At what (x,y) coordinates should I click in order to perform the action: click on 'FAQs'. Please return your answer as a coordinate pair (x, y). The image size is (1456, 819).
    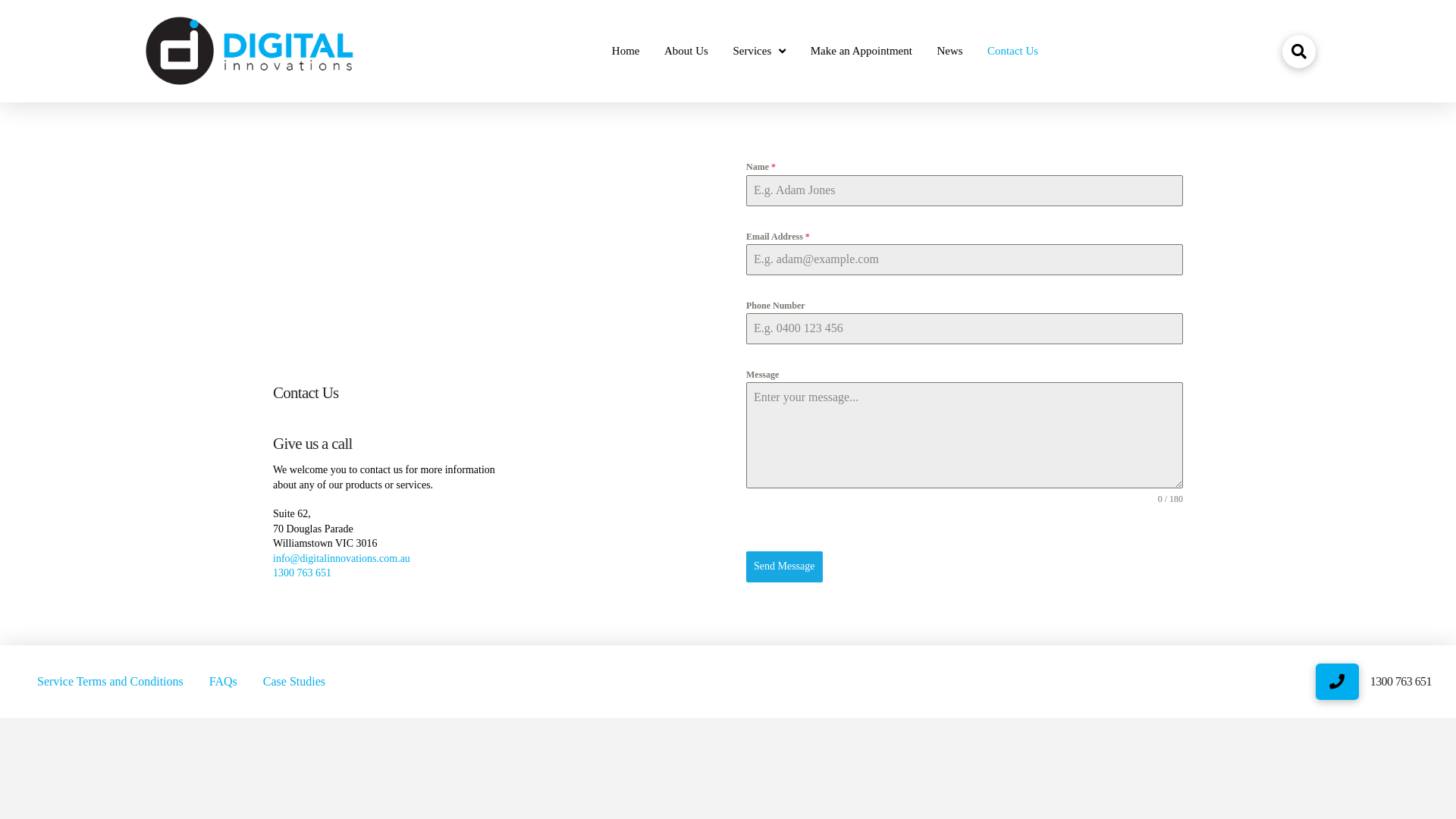
    Looking at the image, I should click on (196, 680).